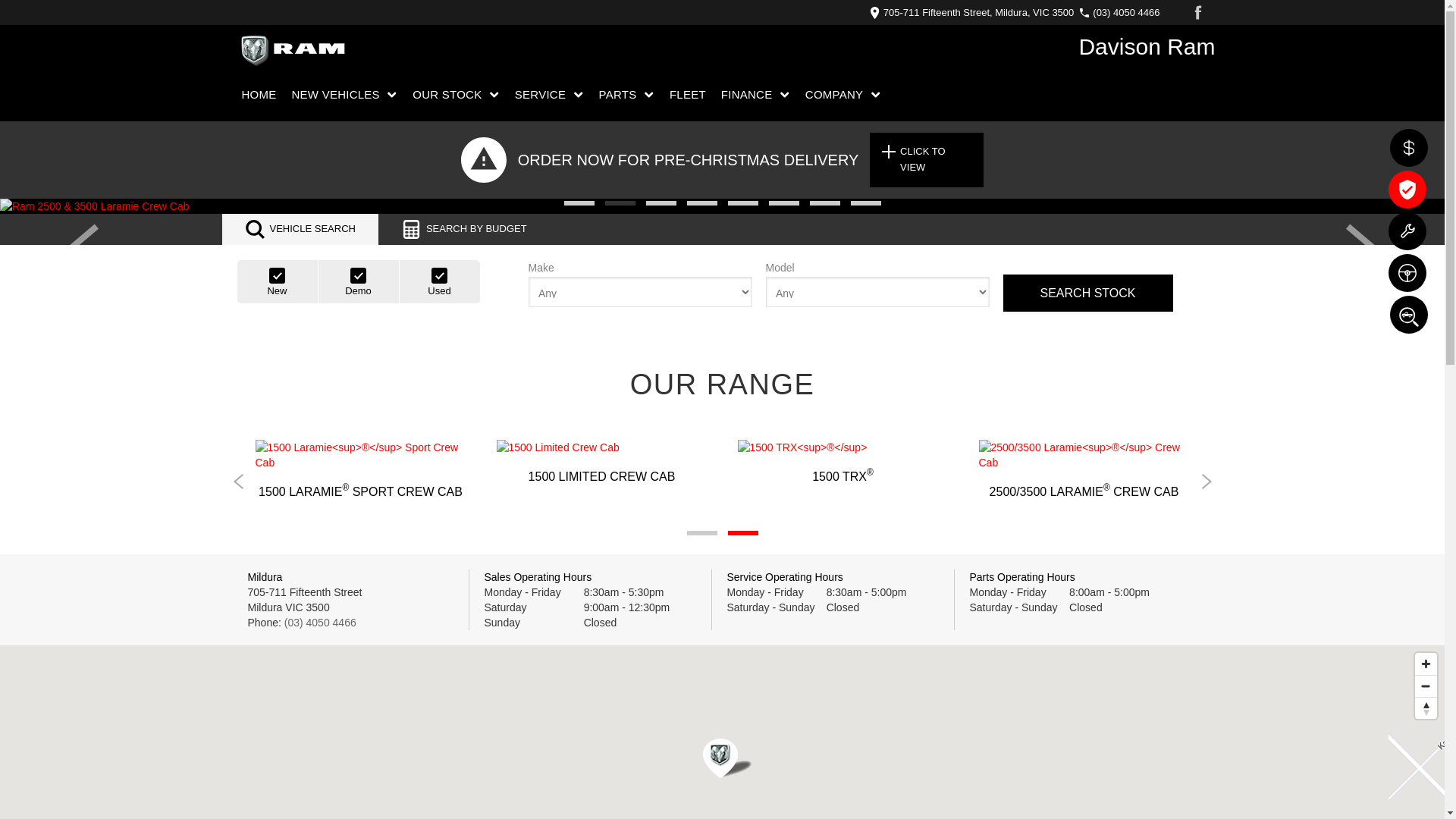 The height and width of the screenshot is (819, 1456). What do you see at coordinates (319, 623) in the screenshot?
I see `'(03) 4050 4466'` at bounding box center [319, 623].